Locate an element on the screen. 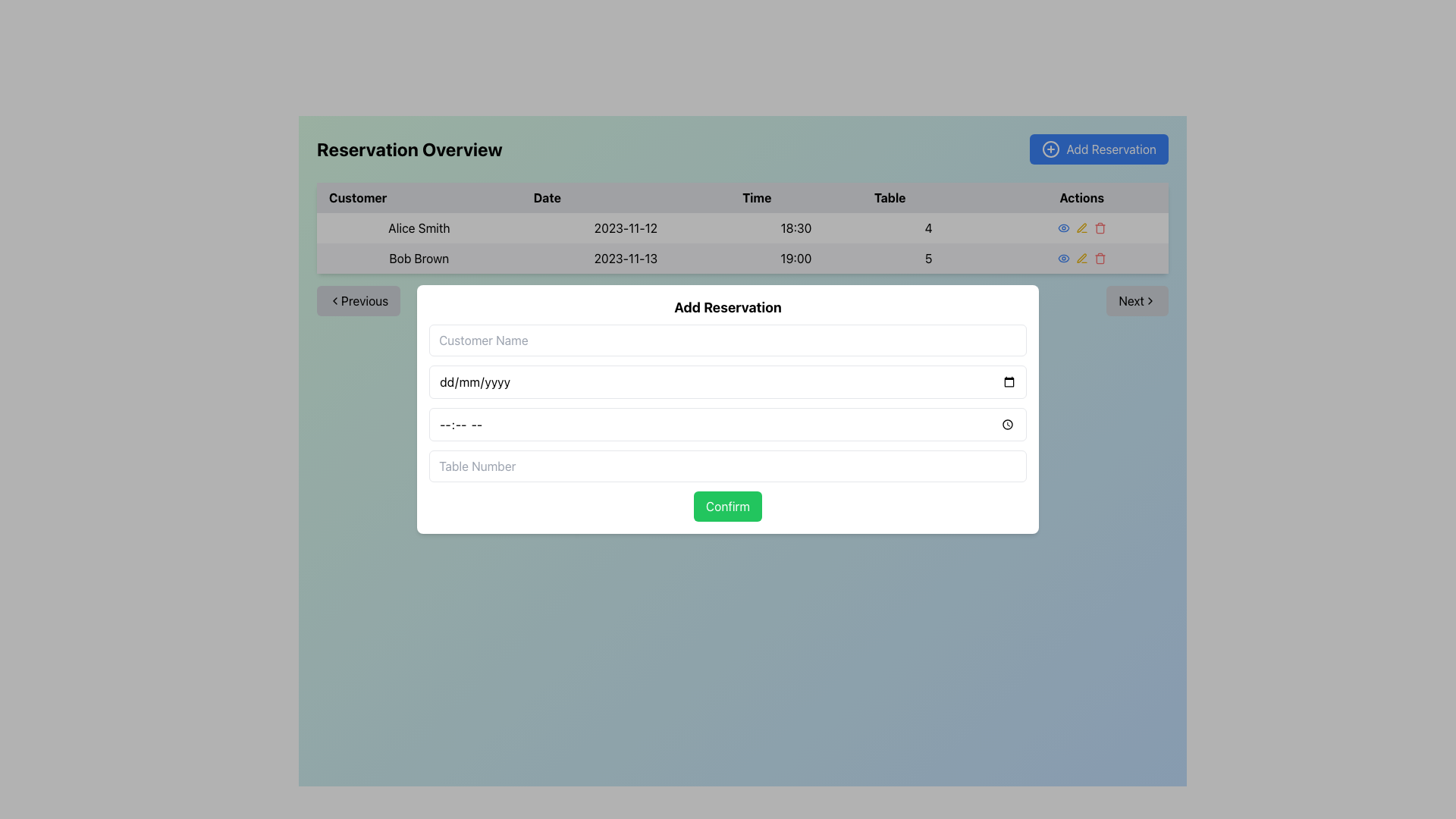  the edit icon button in the Actions column of the first row for the reservation entry 'Alice Smith' to change its color is located at coordinates (1081, 227).